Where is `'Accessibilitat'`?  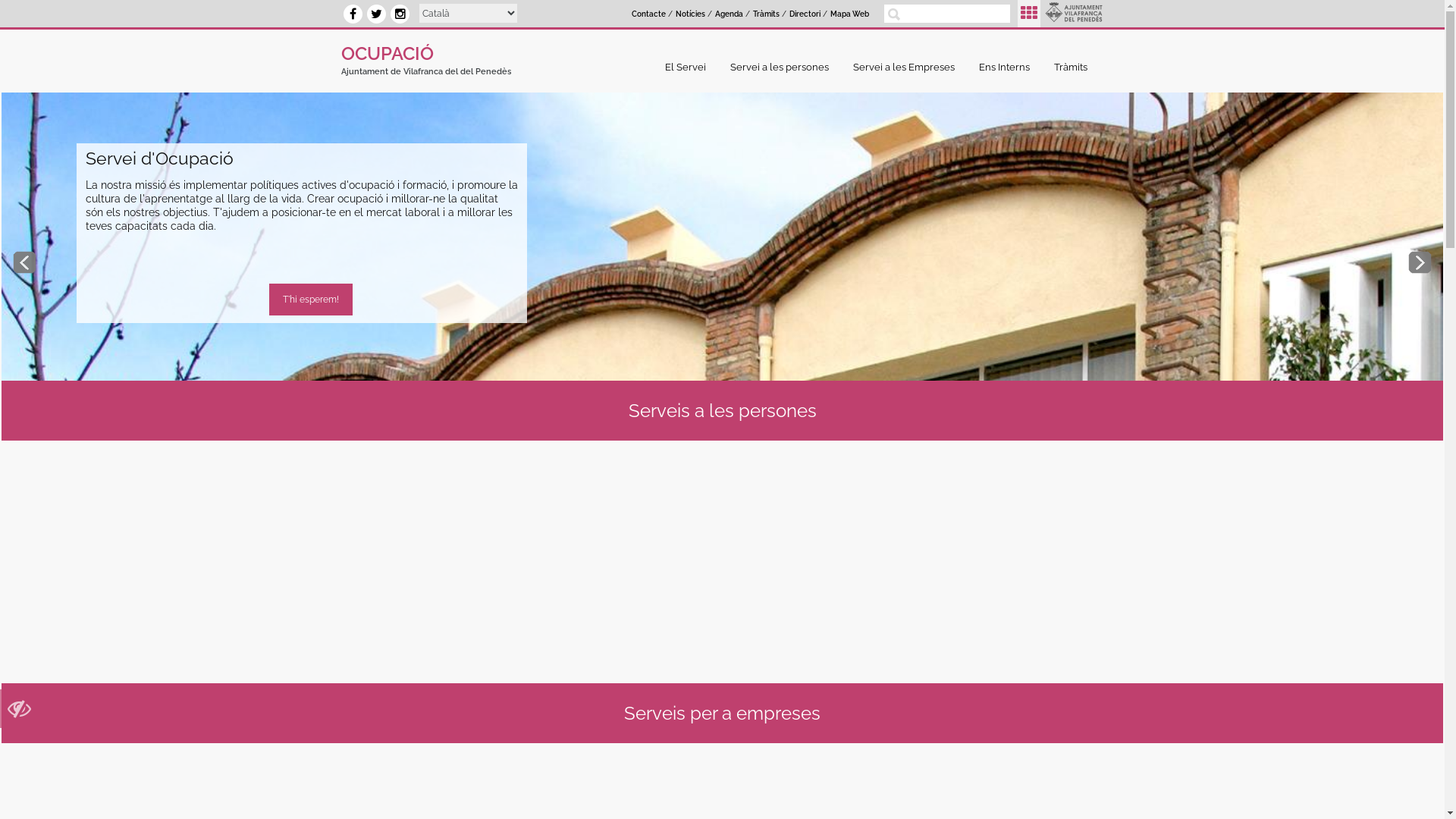
'Accessibilitat' is located at coordinates (19, 712).